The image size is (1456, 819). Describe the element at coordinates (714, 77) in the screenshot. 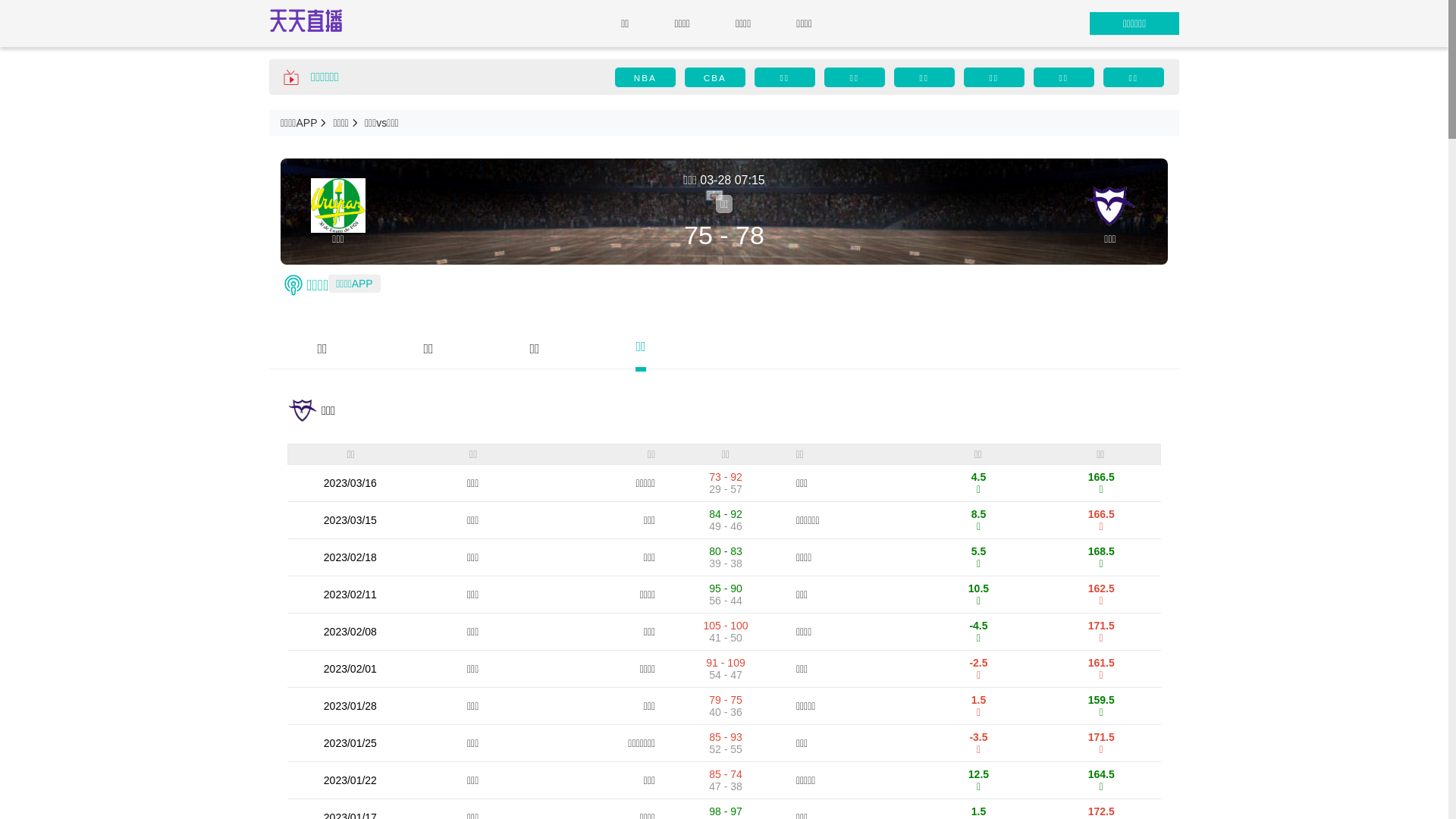

I see `'CBA'` at that location.